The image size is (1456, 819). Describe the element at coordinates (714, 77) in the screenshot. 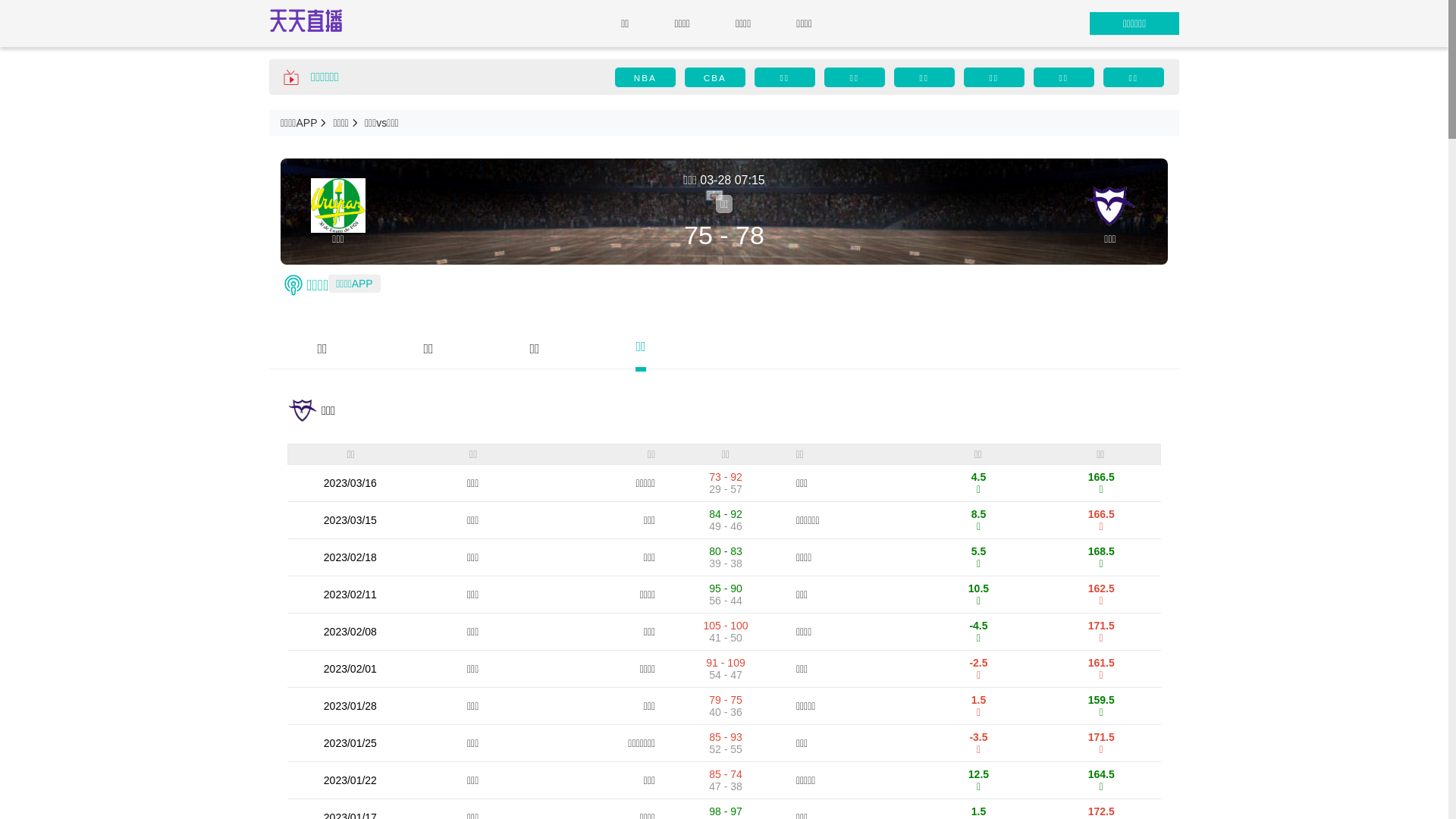

I see `'CBA'` at that location.